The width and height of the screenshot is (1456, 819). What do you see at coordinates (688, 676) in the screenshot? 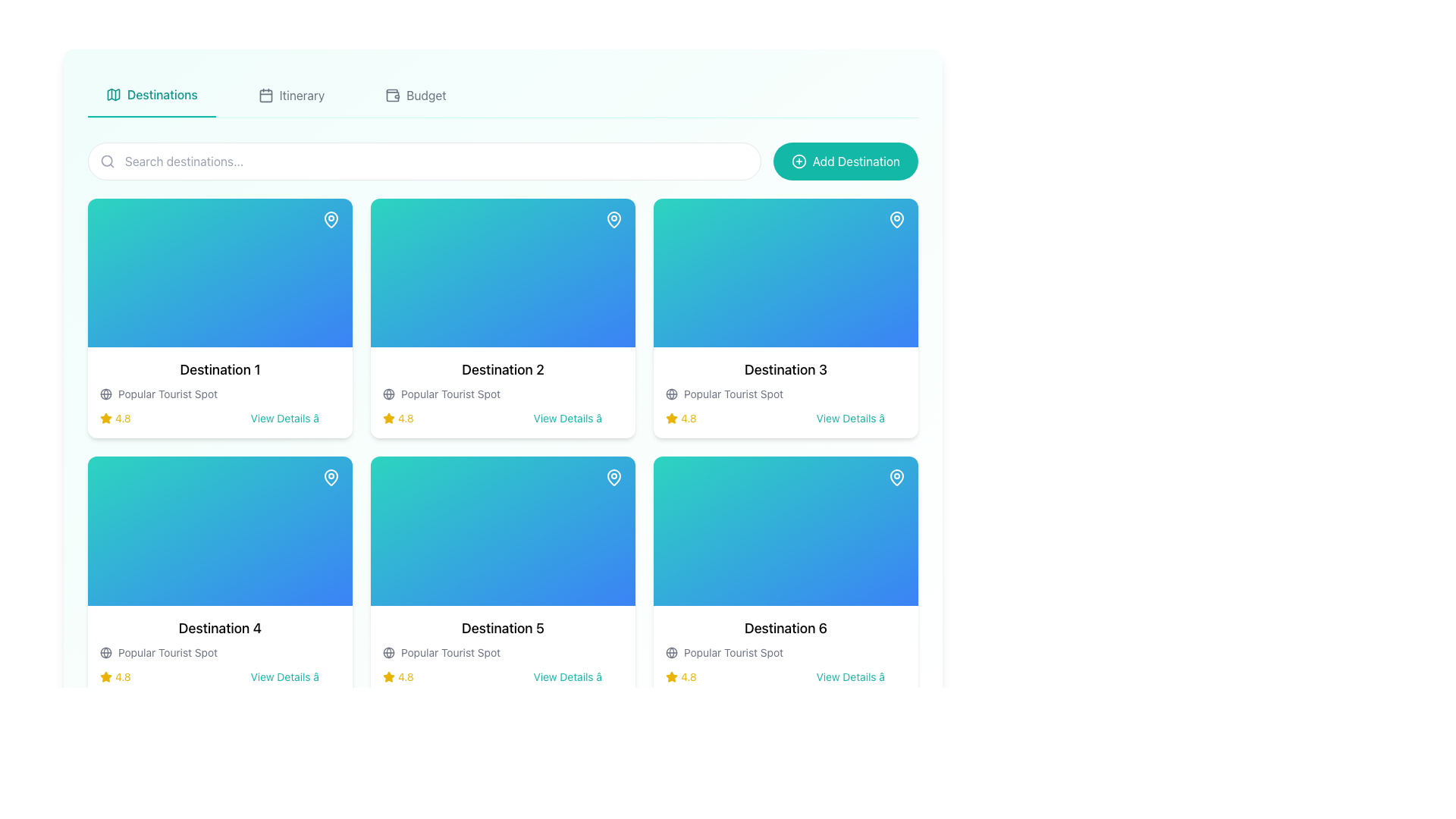
I see `the rating value text located in the lower portion of the sixth card, next to the star icon and above the 'View Details' link` at bounding box center [688, 676].